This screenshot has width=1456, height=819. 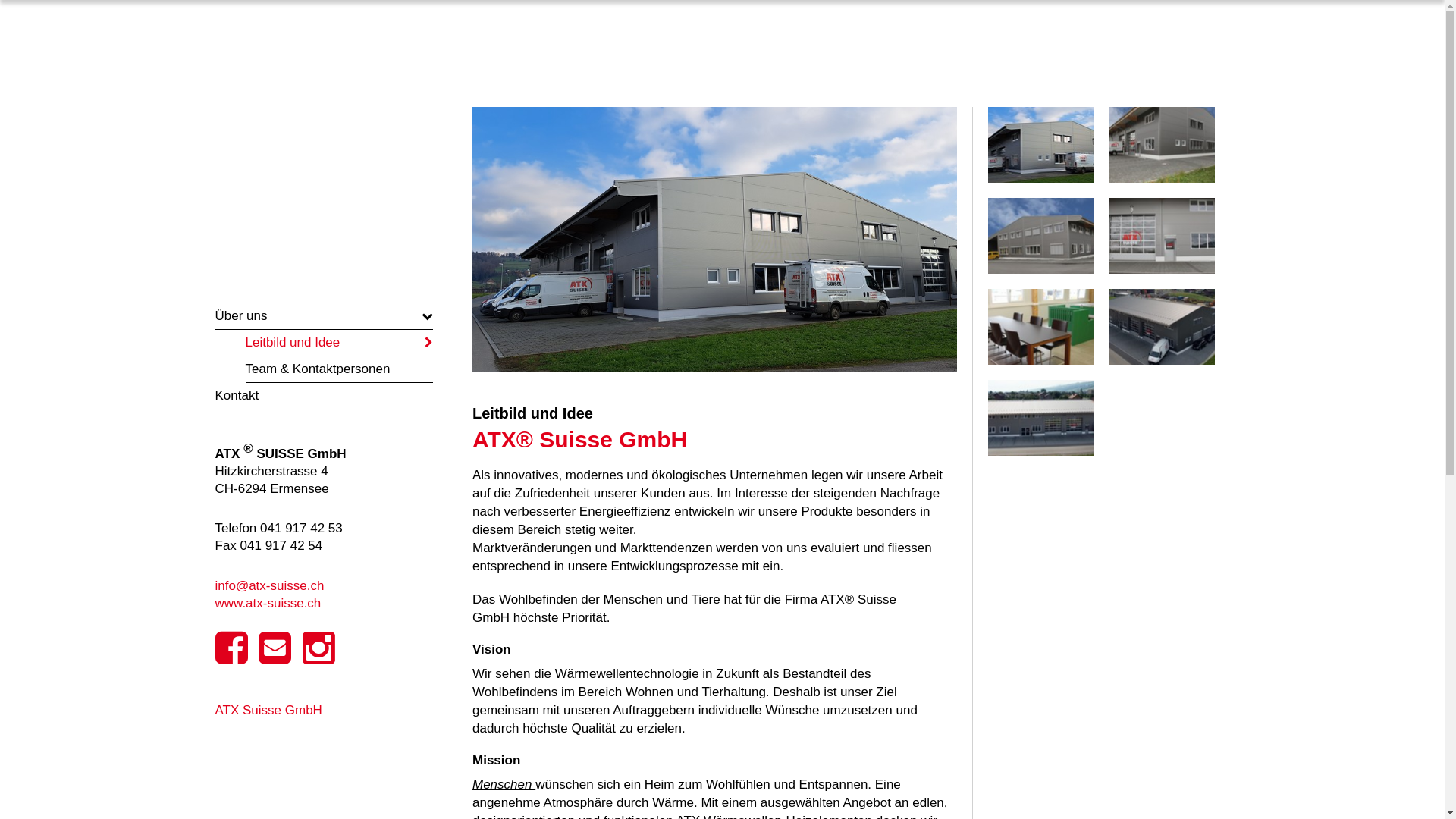 What do you see at coordinates (268, 710) in the screenshot?
I see `'ATX Suisse GmbH'` at bounding box center [268, 710].